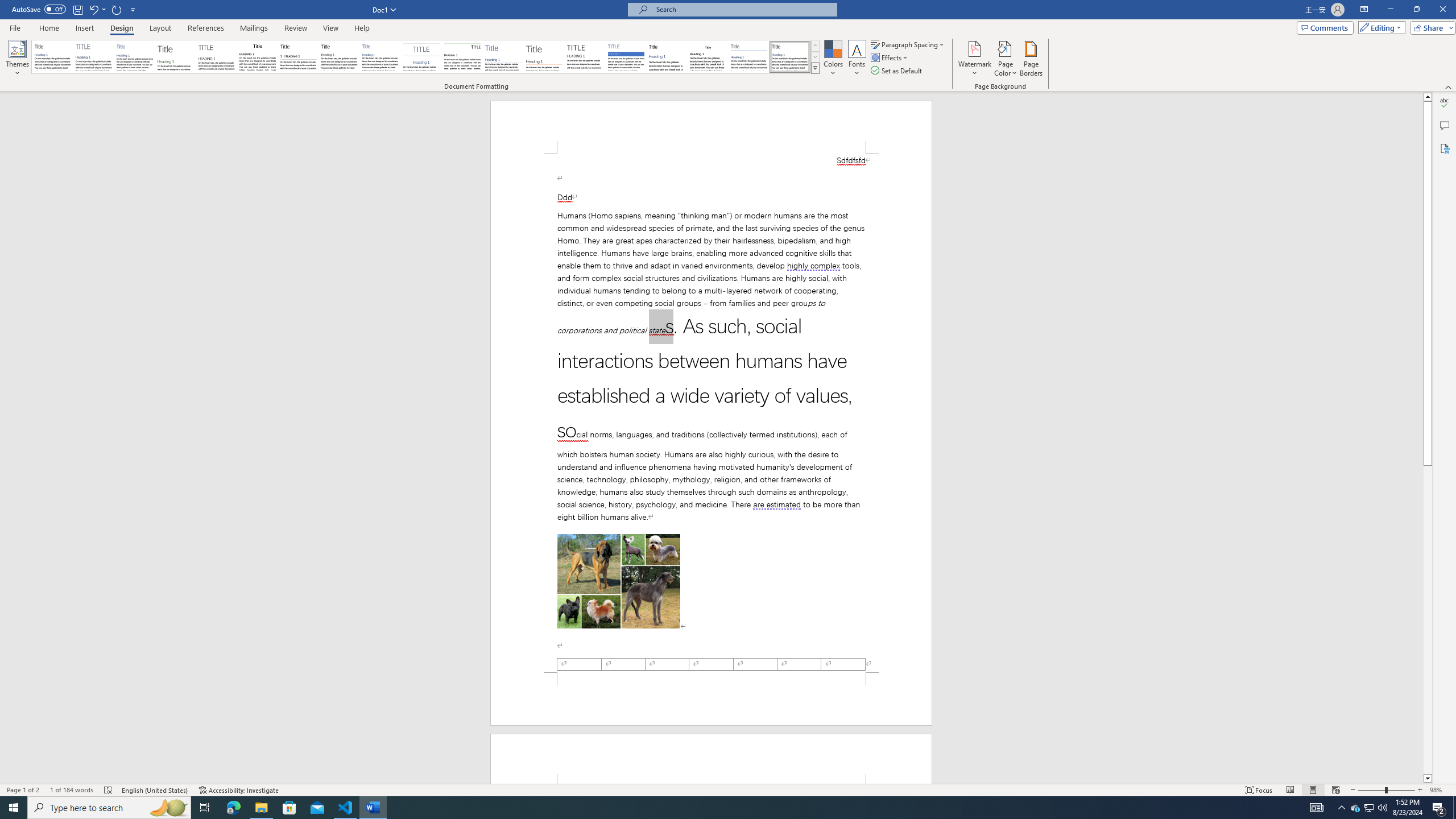 The width and height of the screenshot is (1456, 819). What do you see at coordinates (814, 67) in the screenshot?
I see `'Style Set'` at bounding box center [814, 67].